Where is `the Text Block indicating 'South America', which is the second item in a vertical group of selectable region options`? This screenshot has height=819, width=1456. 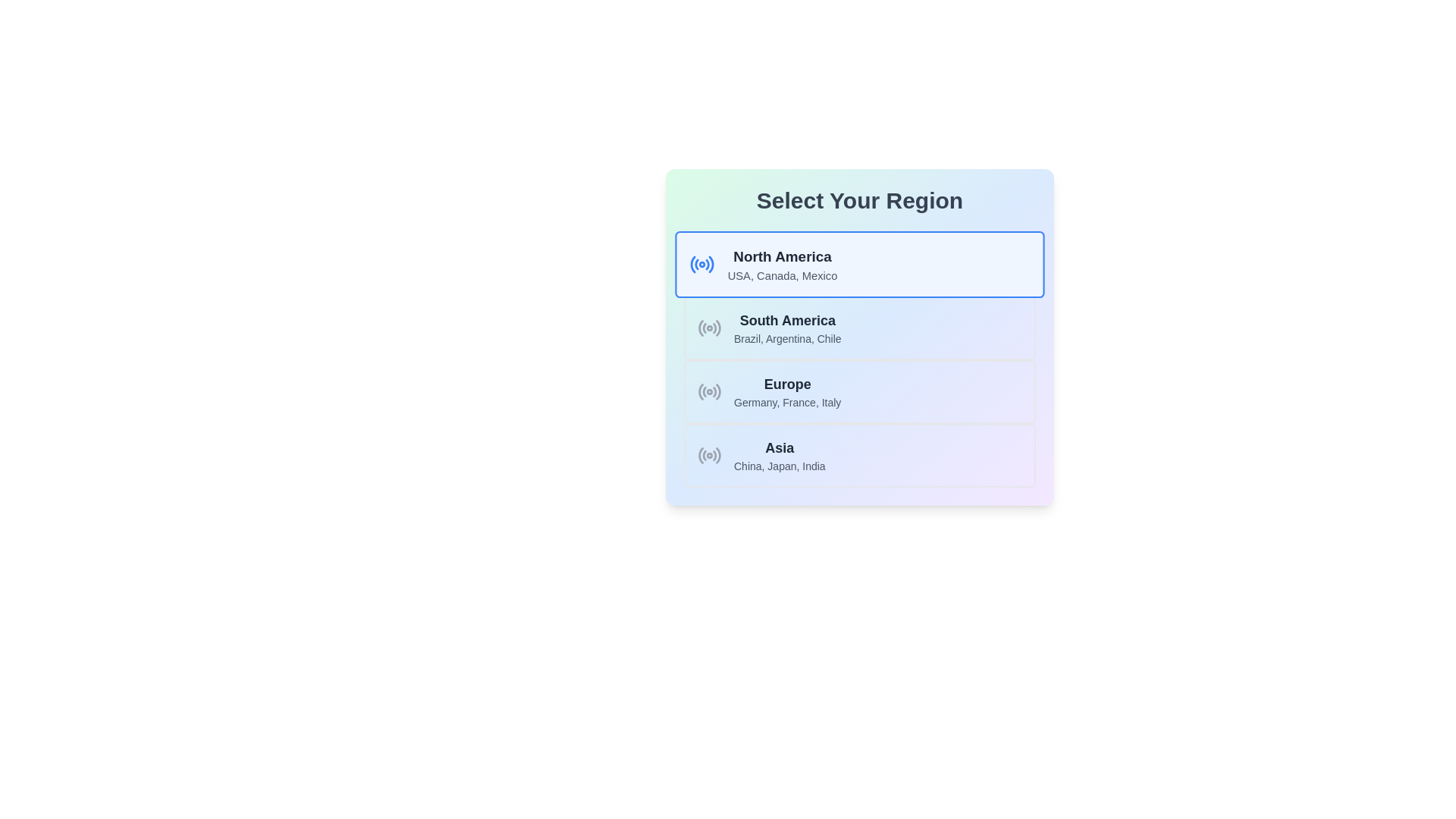
the Text Block indicating 'South America', which is the second item in a vertical group of selectable region options is located at coordinates (787, 327).